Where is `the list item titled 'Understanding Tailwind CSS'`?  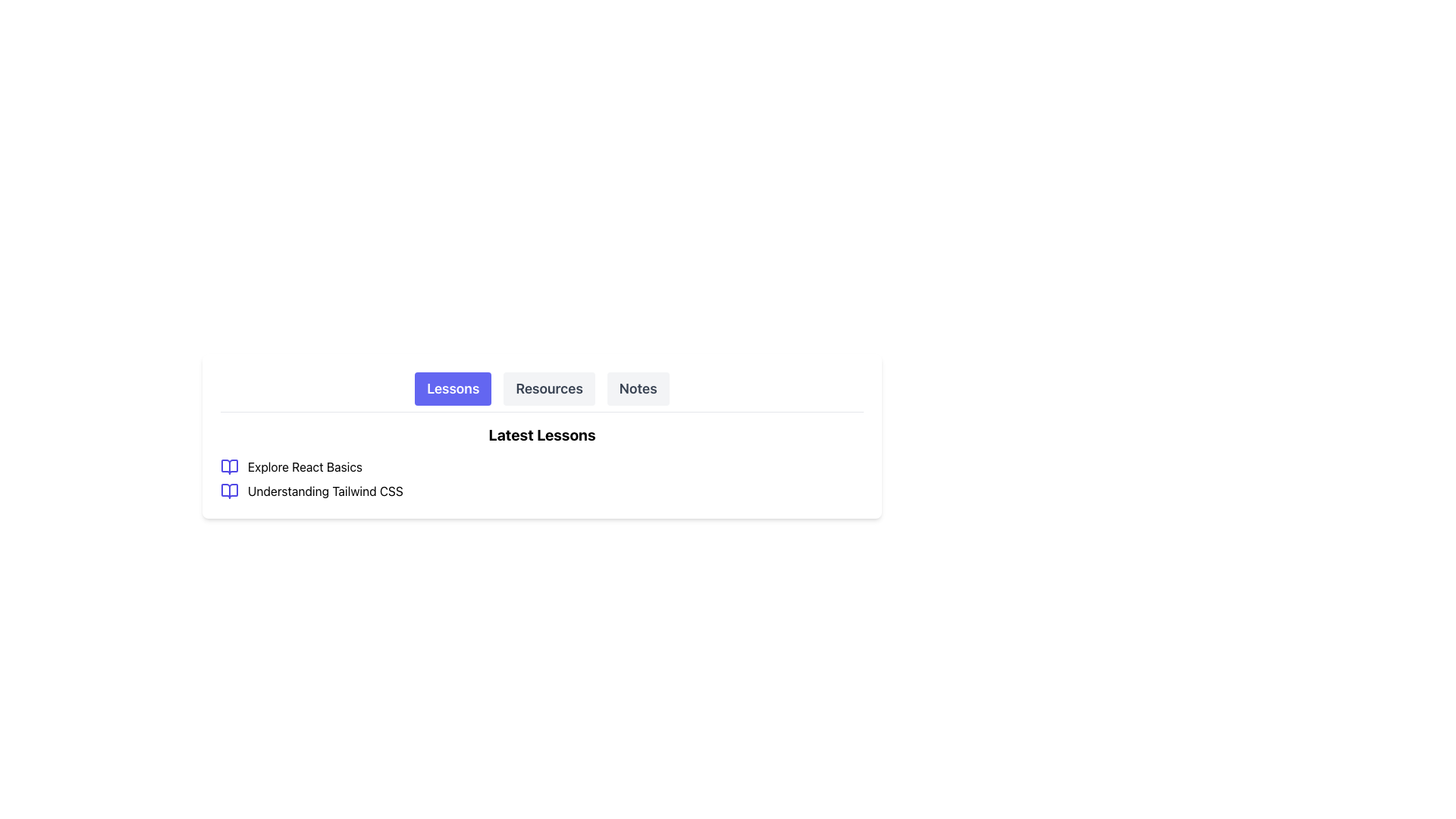 the list item titled 'Understanding Tailwind CSS' is located at coordinates (542, 491).